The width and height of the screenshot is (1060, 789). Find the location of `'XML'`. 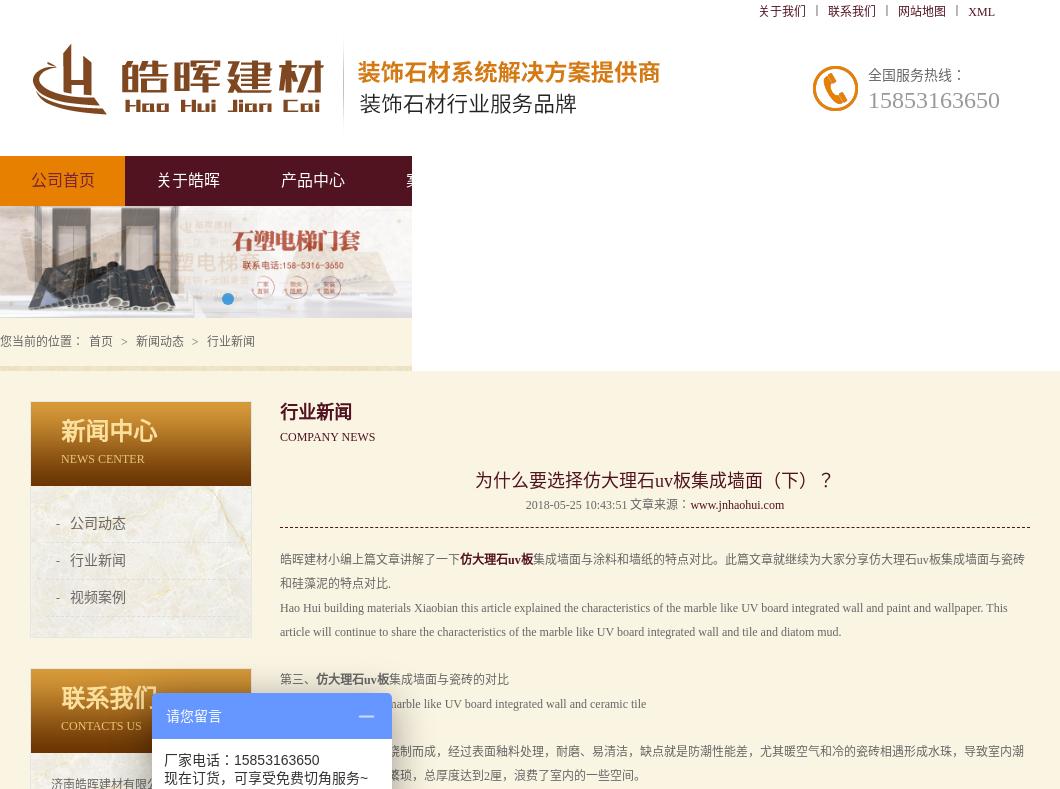

'XML' is located at coordinates (980, 10).